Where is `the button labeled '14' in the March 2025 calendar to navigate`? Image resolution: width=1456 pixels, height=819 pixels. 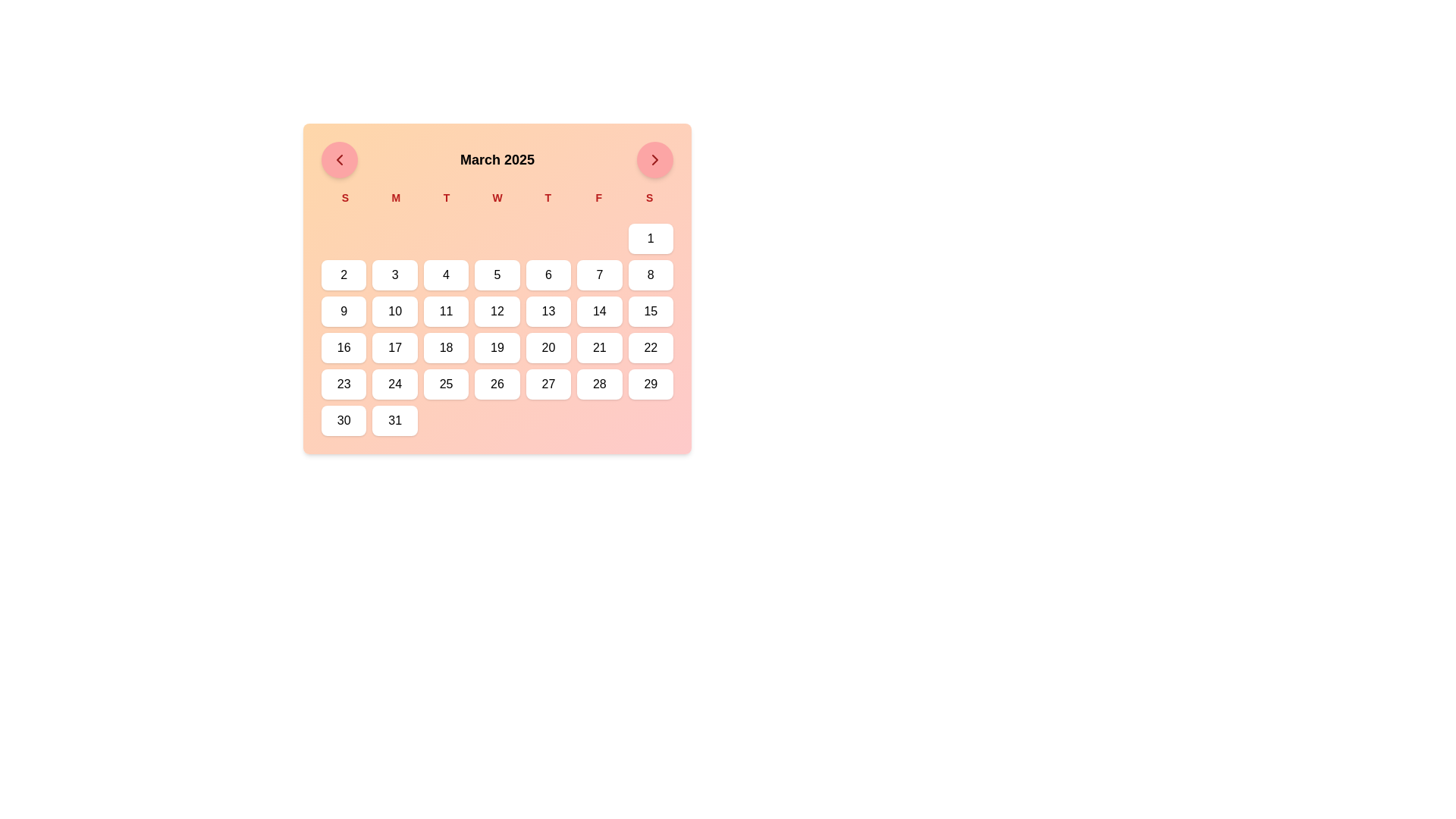 the button labeled '14' in the March 2025 calendar to navigate is located at coordinates (598, 311).